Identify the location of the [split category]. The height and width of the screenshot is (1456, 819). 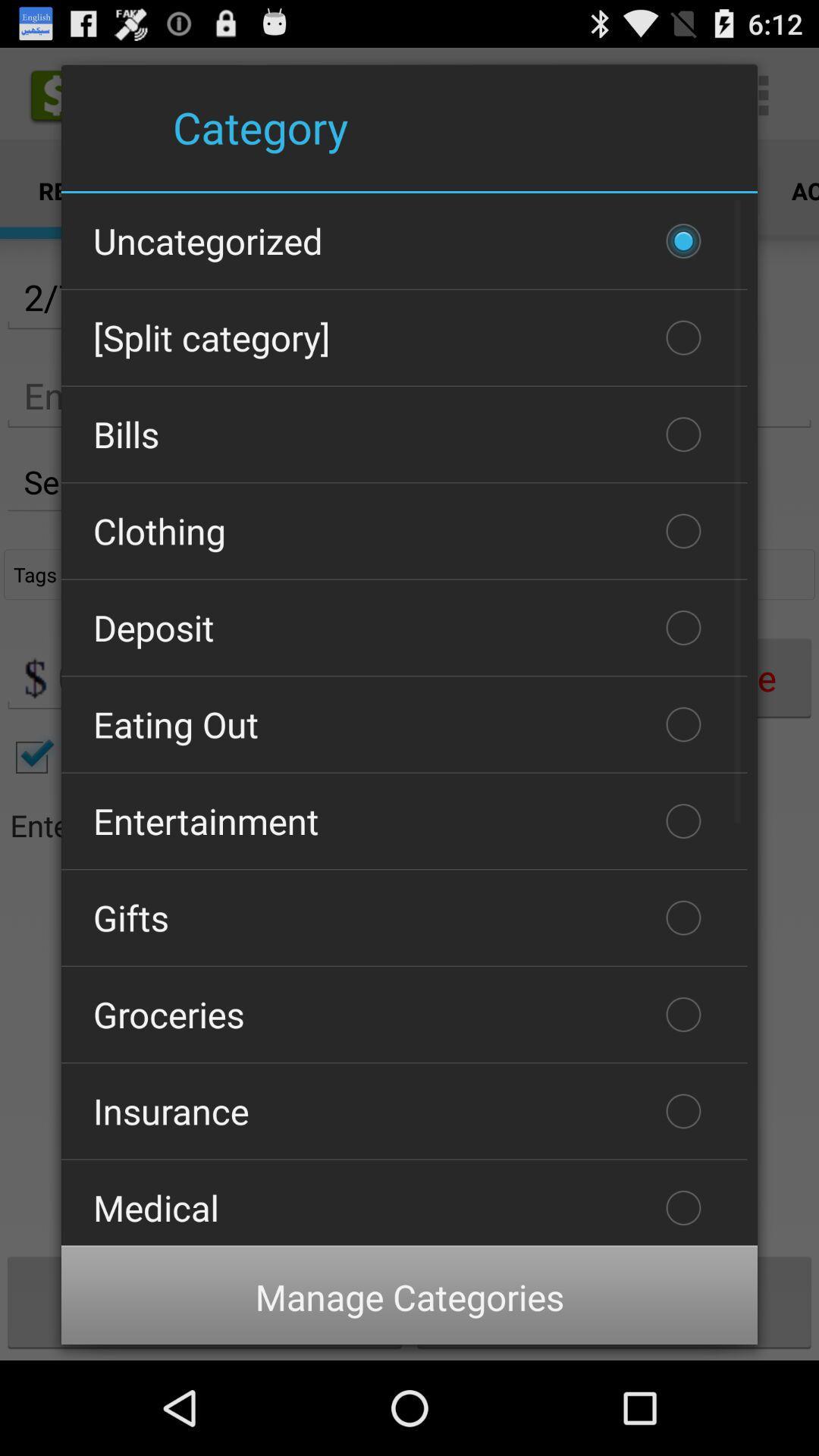
(403, 337).